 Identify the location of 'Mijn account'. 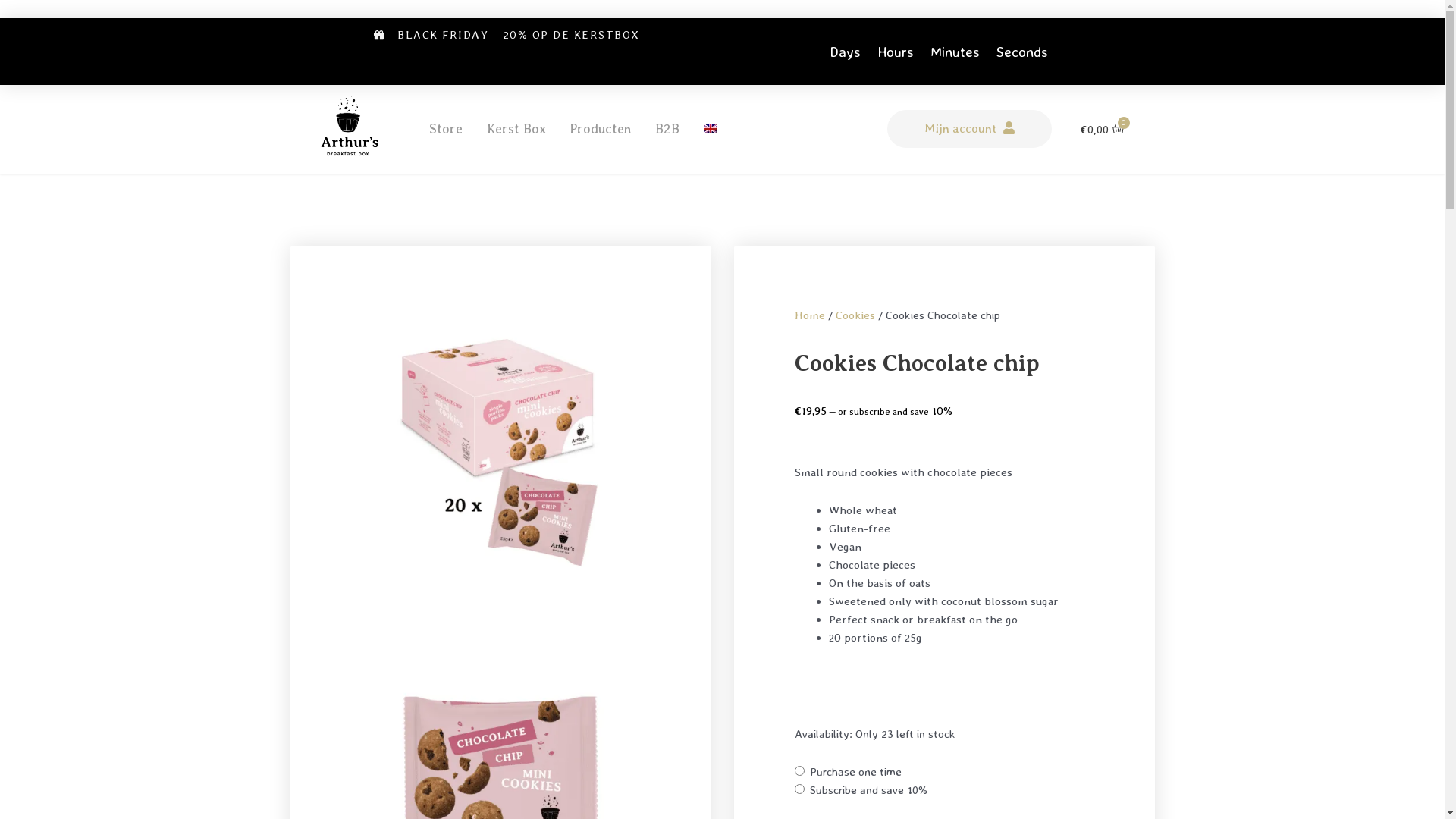
(968, 127).